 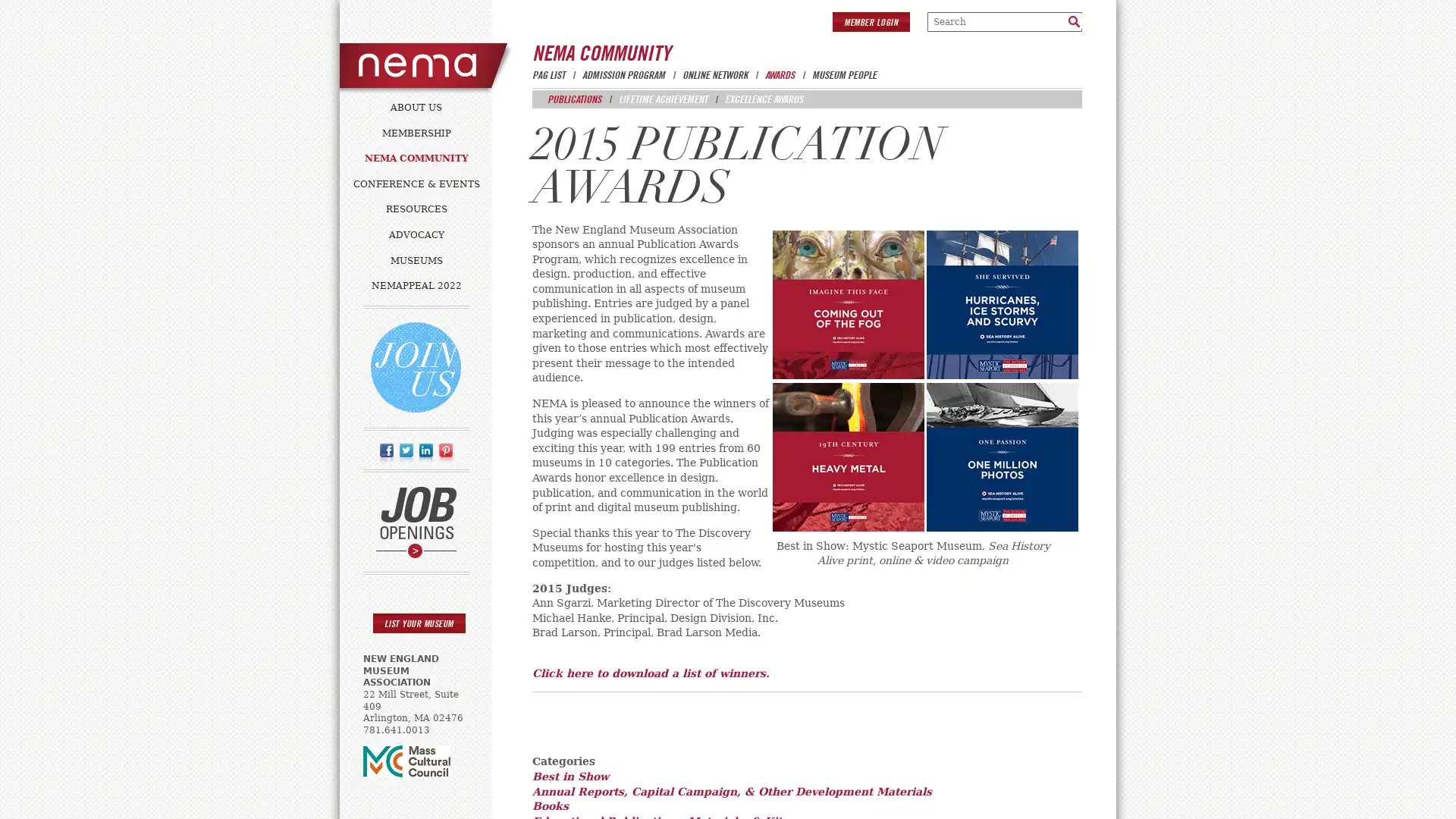 What do you see at coordinates (1073, 20) in the screenshot?
I see `Submit` at bounding box center [1073, 20].